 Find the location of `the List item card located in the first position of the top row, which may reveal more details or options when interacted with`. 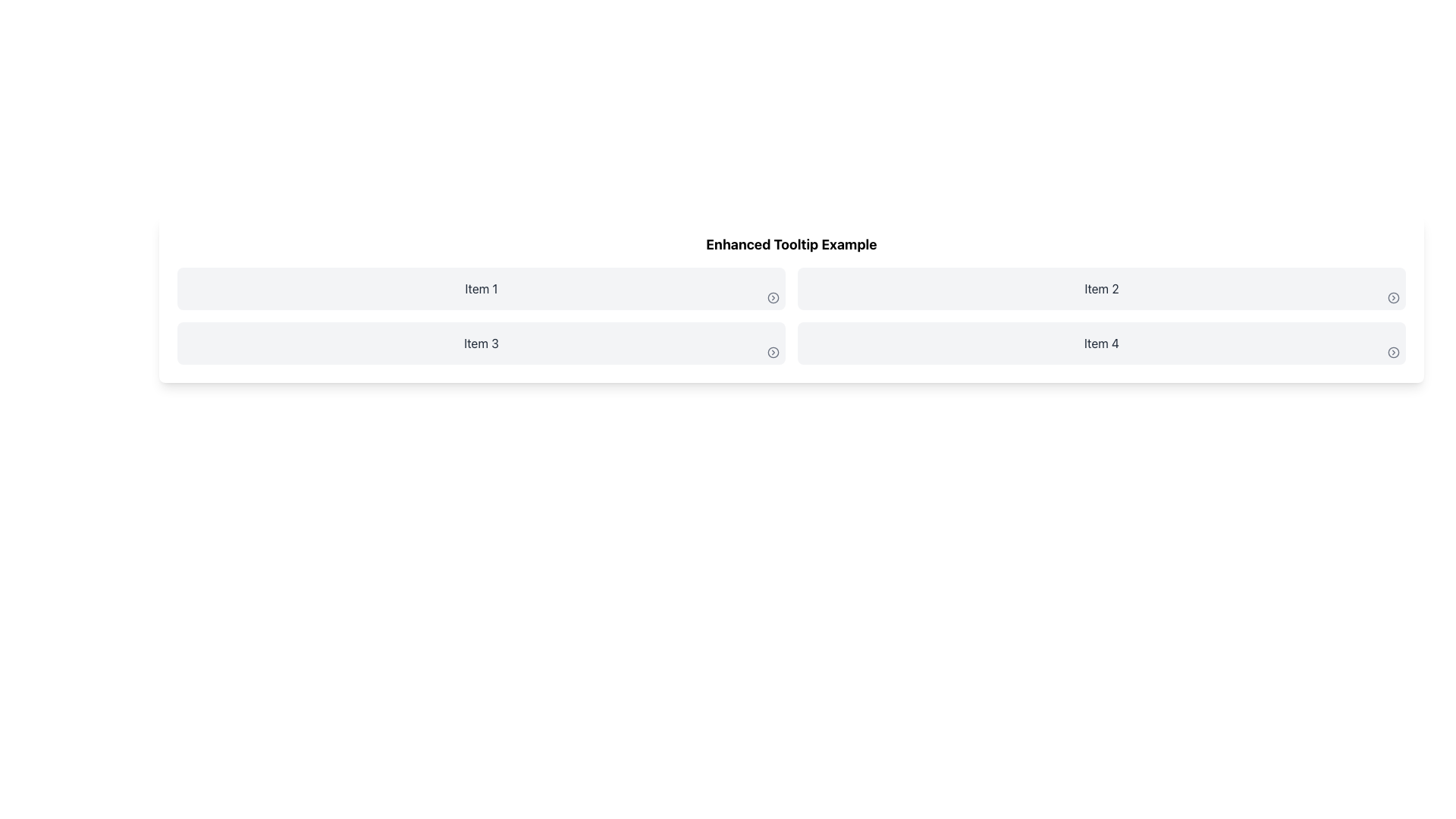

the List item card located in the first position of the top row, which may reveal more details or options when interacted with is located at coordinates (480, 289).